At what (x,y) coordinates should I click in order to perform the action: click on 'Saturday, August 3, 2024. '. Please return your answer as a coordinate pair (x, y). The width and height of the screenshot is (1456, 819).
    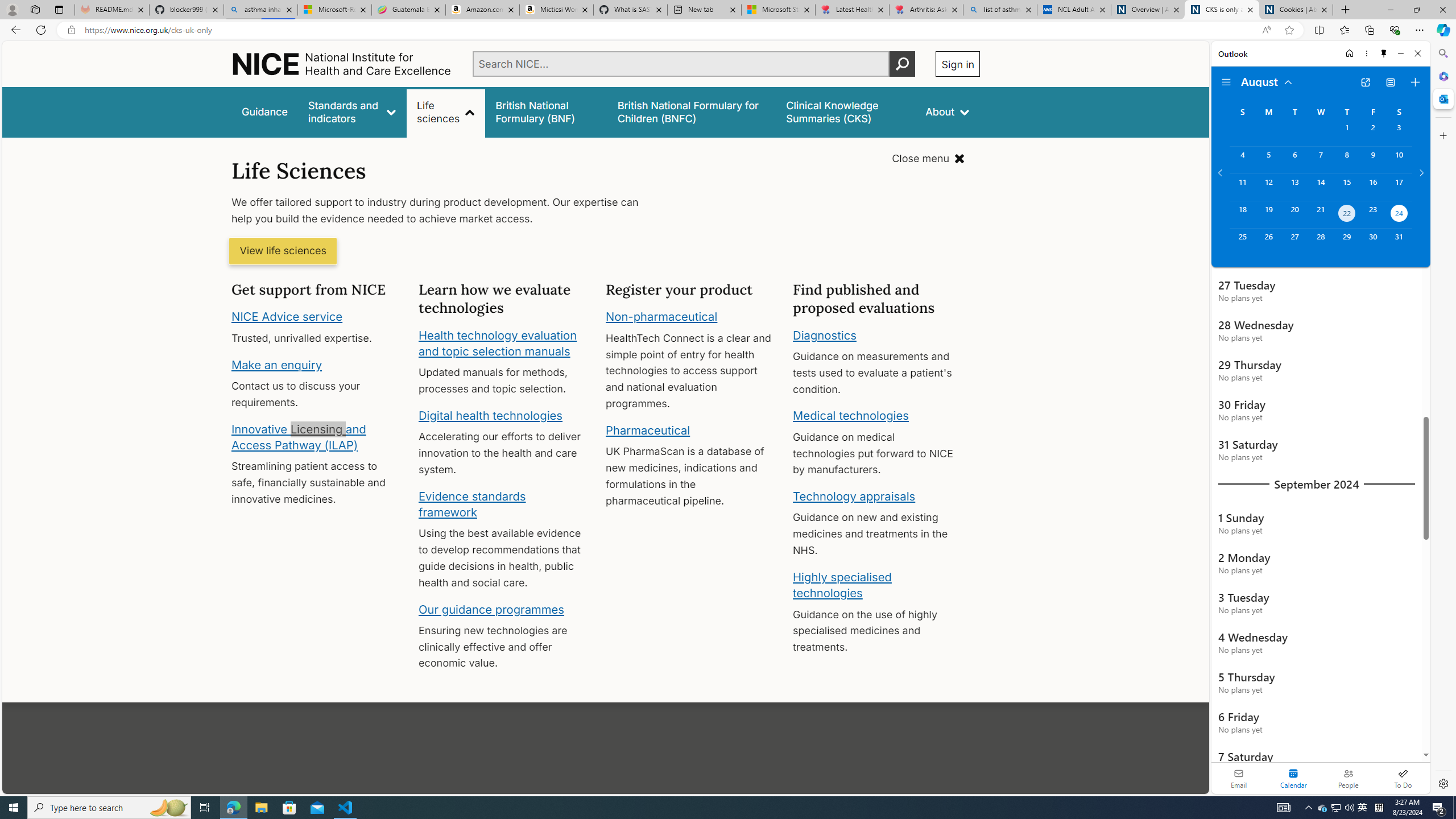
    Looking at the image, I should click on (1399, 133).